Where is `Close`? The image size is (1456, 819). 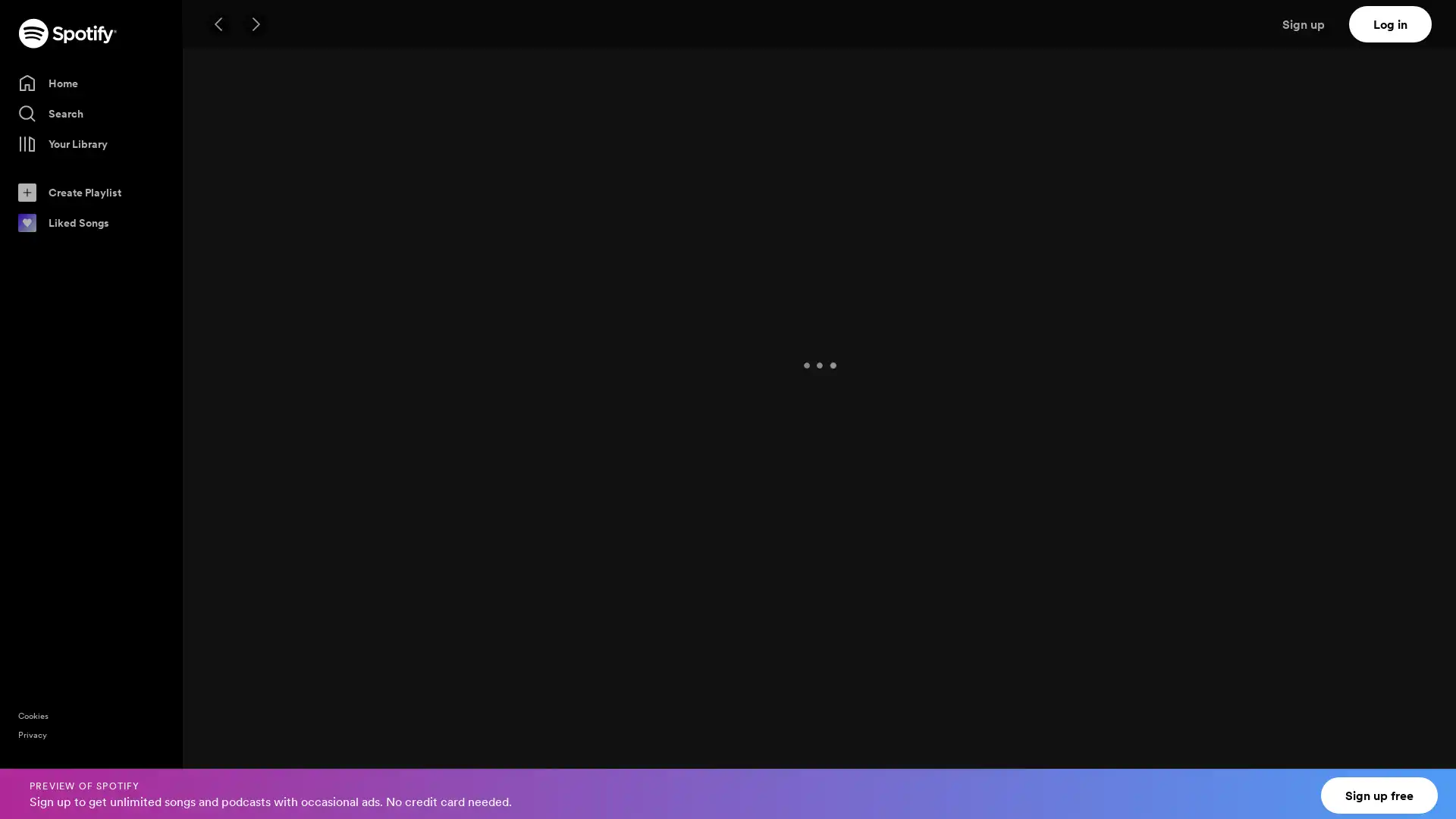 Close is located at coordinates (1430, 784).